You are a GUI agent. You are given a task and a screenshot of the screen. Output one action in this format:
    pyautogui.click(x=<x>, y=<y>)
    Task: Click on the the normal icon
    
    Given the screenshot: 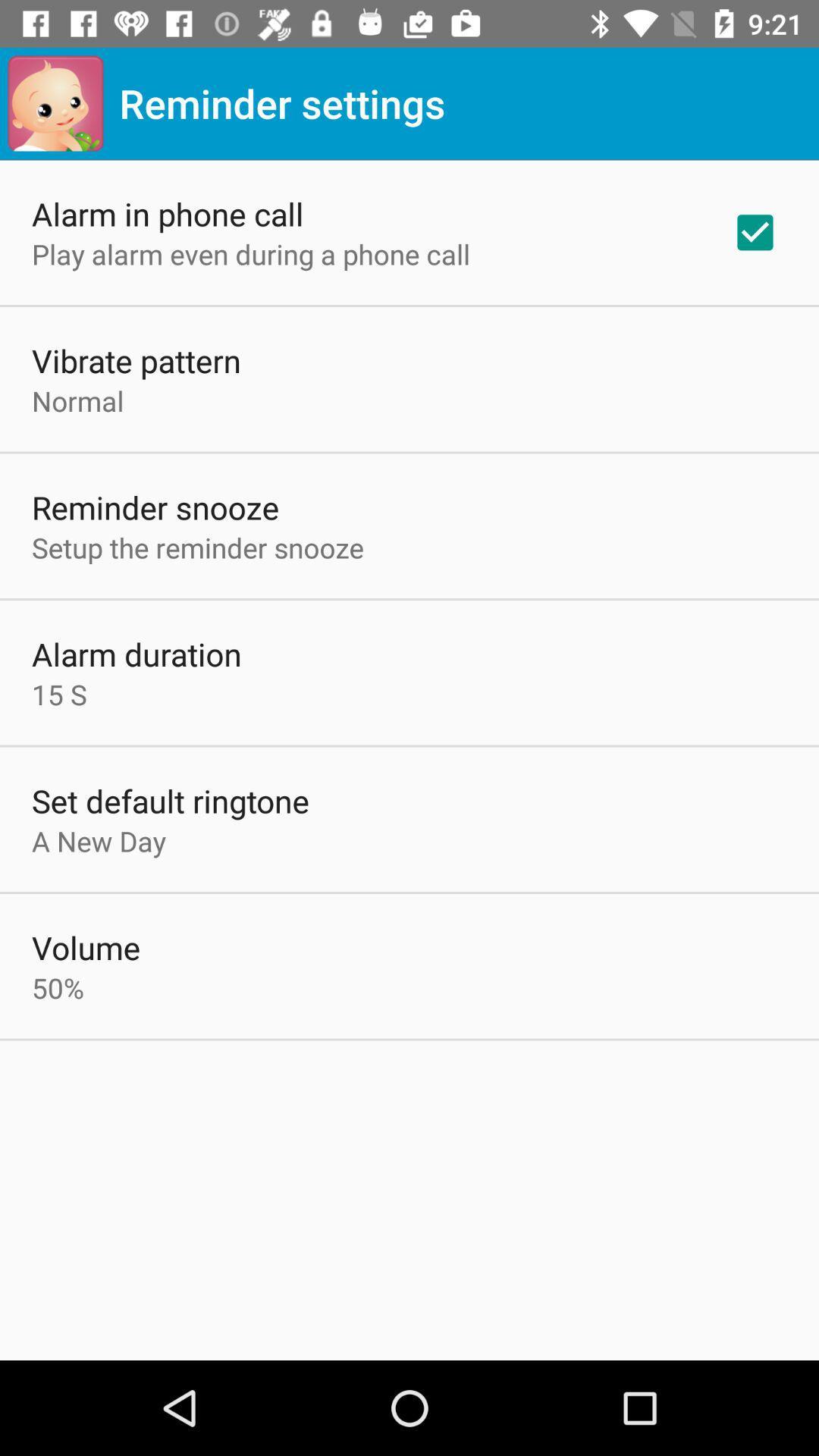 What is the action you would take?
    pyautogui.click(x=77, y=400)
    